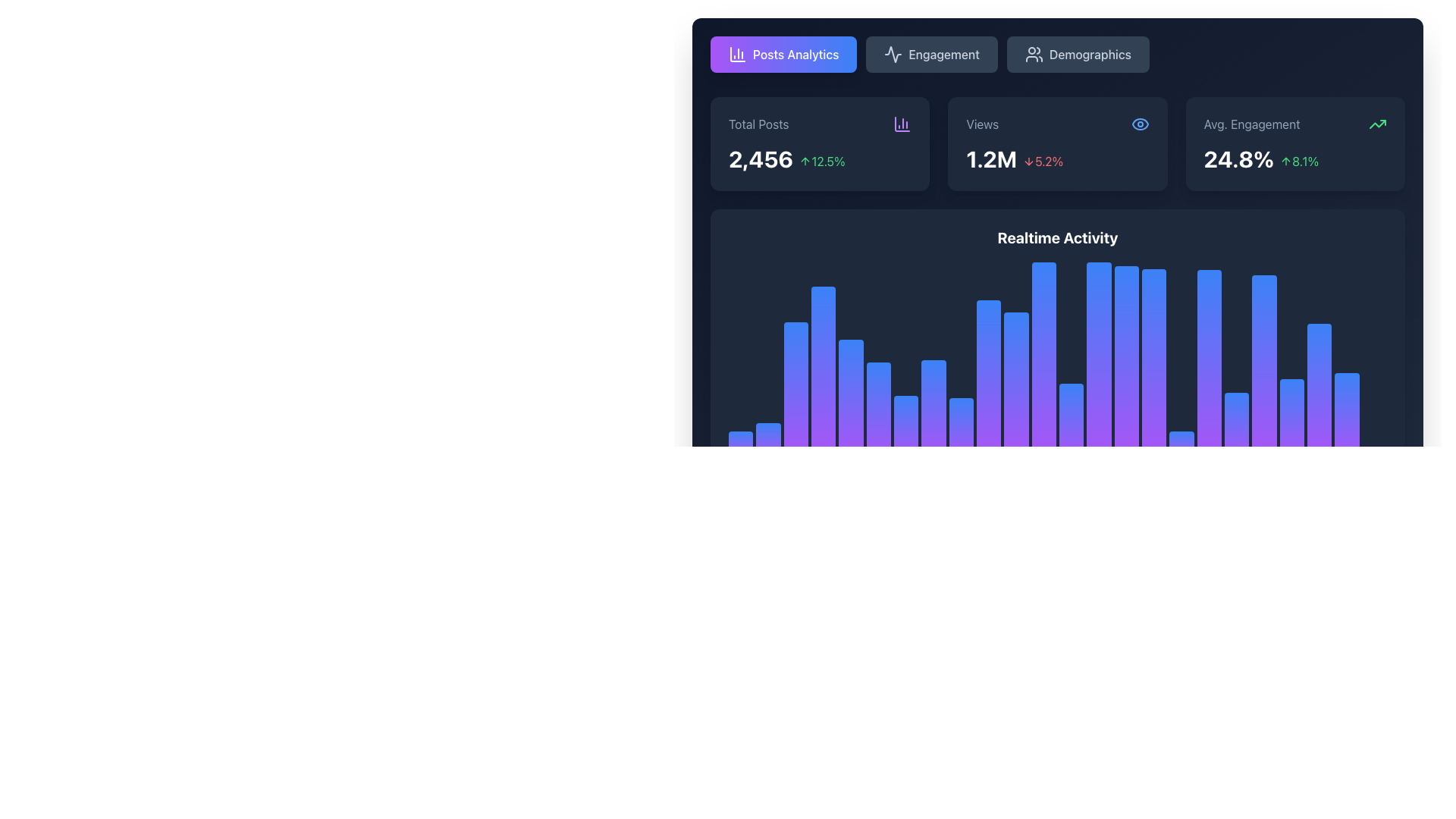 Image resolution: width=1456 pixels, height=819 pixels. Describe the element at coordinates (878, 441) in the screenshot. I see `the sixth vertical bar in the bar chart, which represents a data point visually corresponding to its relative value compared to other bars` at that location.